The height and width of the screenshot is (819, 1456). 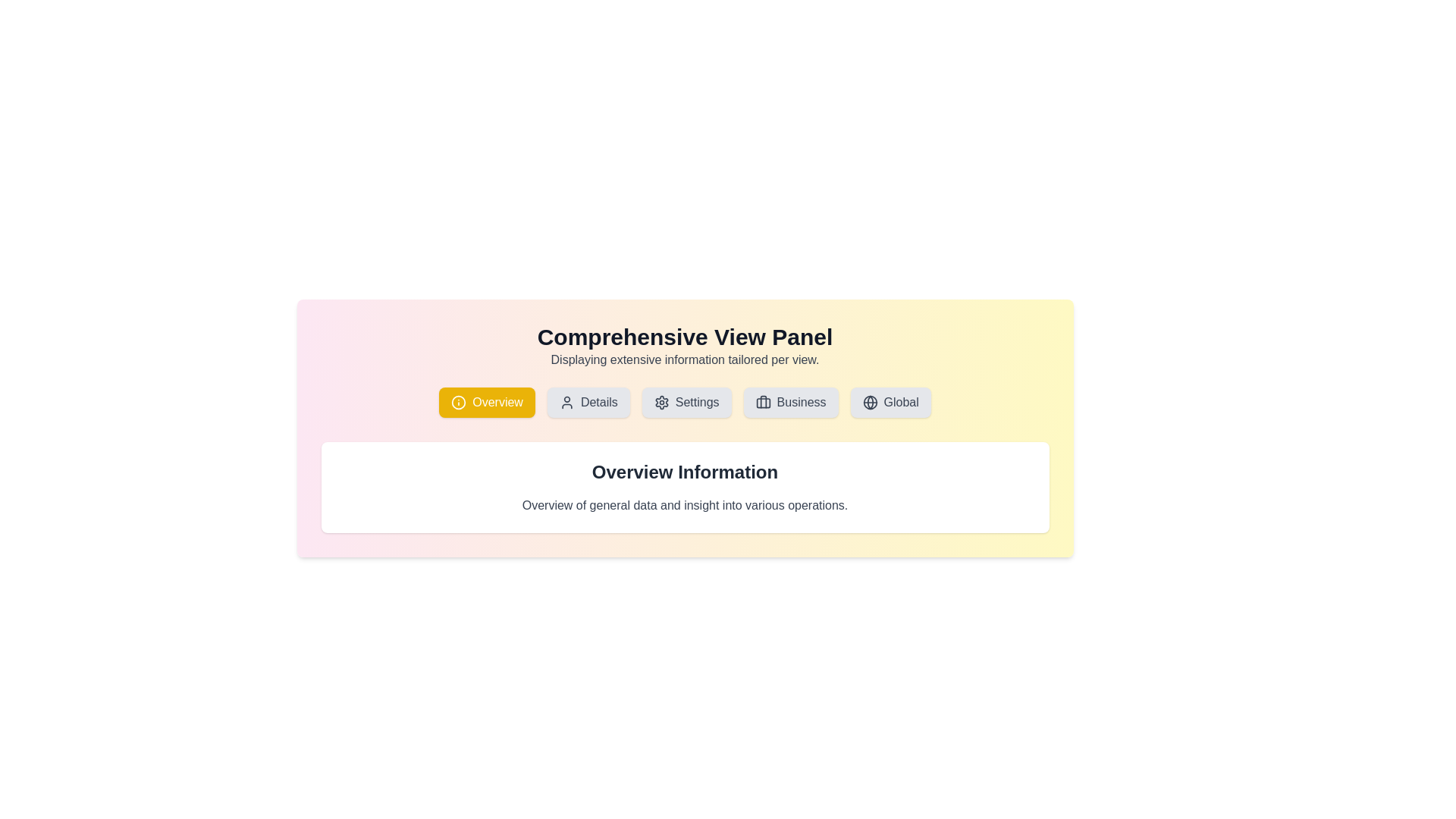 I want to click on the static text element that reads 'Displaying extensive information tailored per view.' which is styled in gray and located beneath the heading 'Comprehensive View Panel.', so click(x=684, y=359).